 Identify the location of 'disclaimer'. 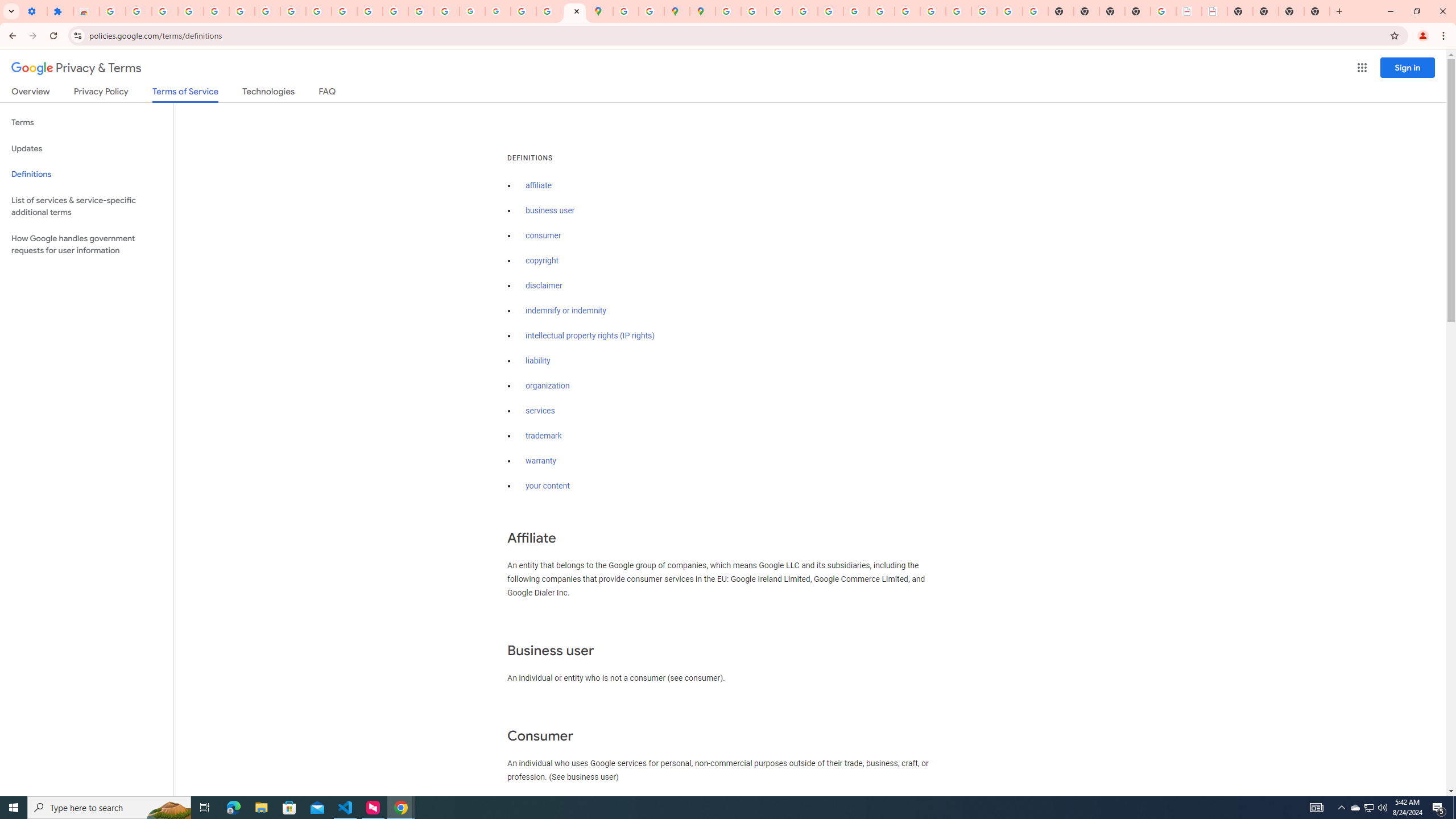
(543, 286).